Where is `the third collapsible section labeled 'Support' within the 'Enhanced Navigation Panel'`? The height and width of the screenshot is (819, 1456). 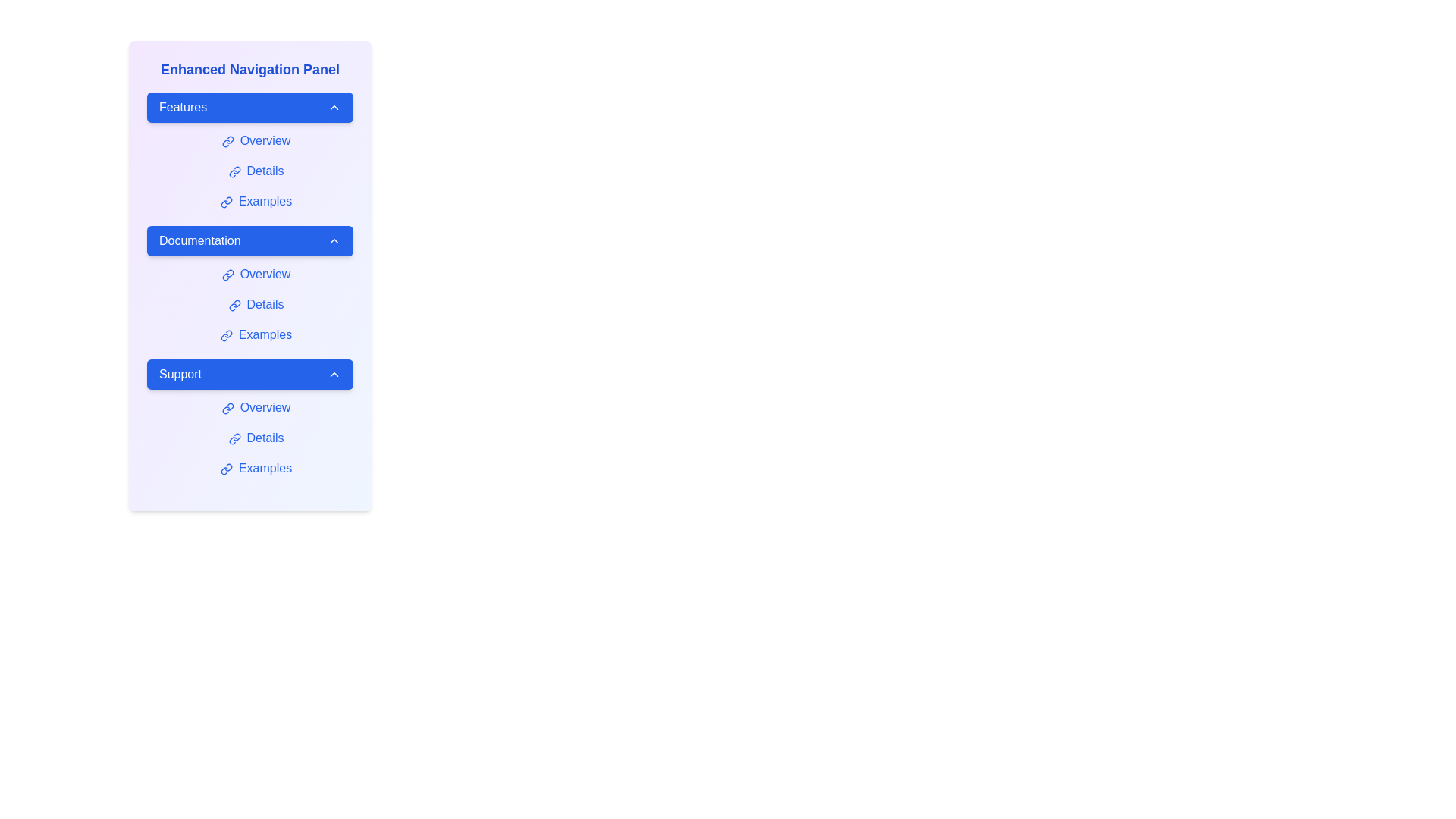 the third collapsible section labeled 'Support' within the 'Enhanced Navigation Panel' is located at coordinates (250, 420).